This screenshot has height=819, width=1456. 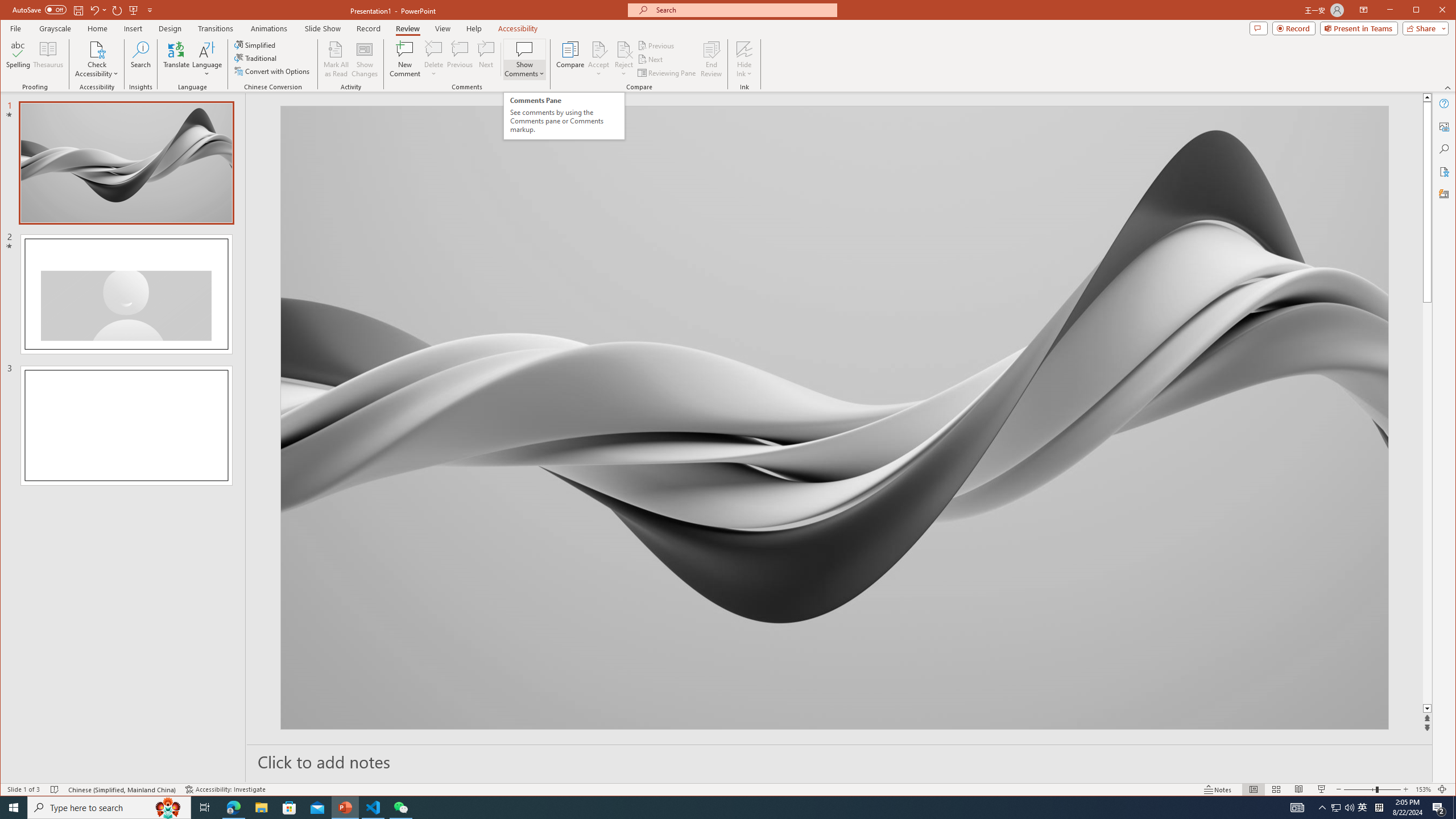 I want to click on 'Show Changes', so click(x=365, y=59).